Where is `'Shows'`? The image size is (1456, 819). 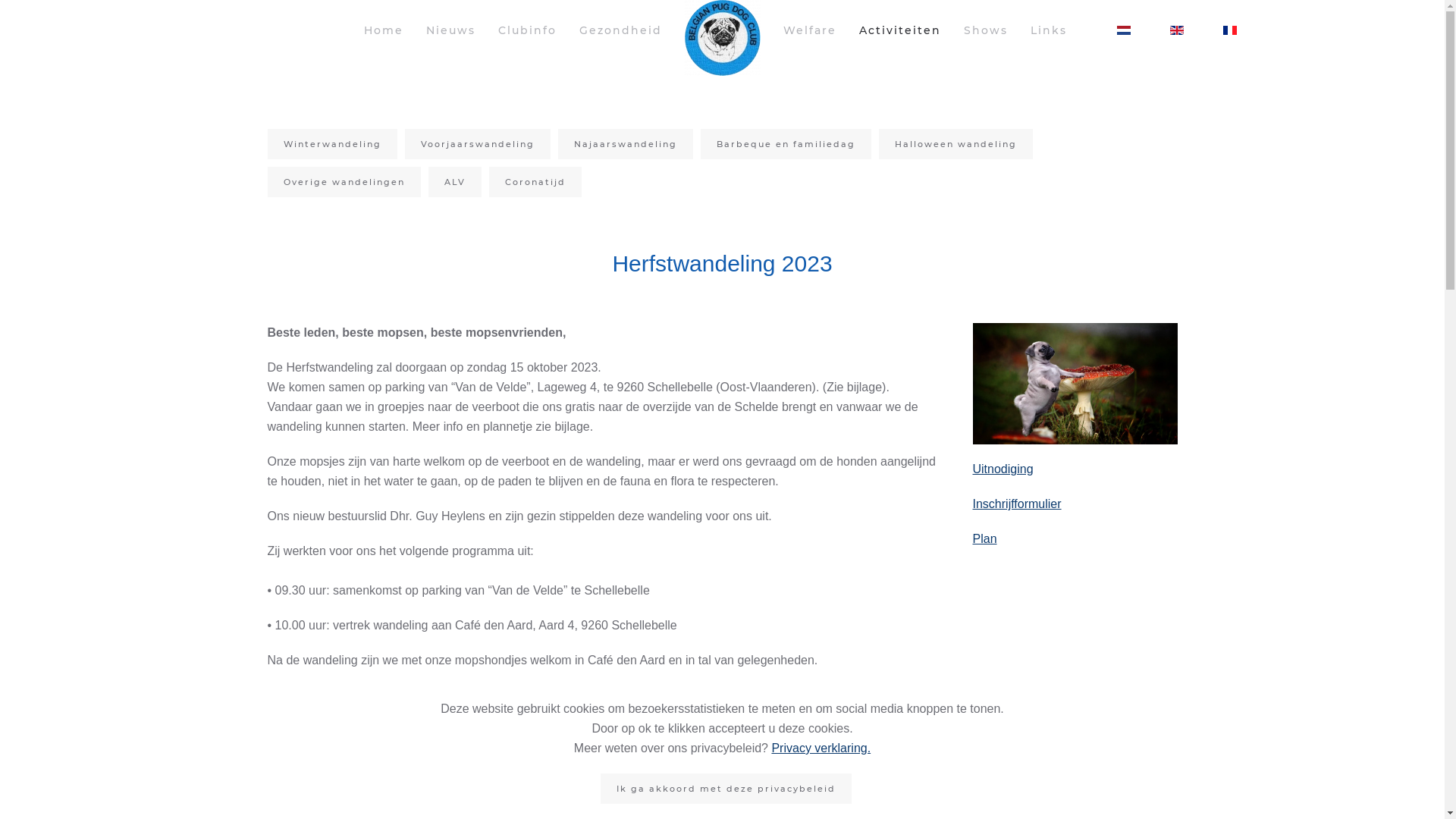
'Shows' is located at coordinates (985, 30).